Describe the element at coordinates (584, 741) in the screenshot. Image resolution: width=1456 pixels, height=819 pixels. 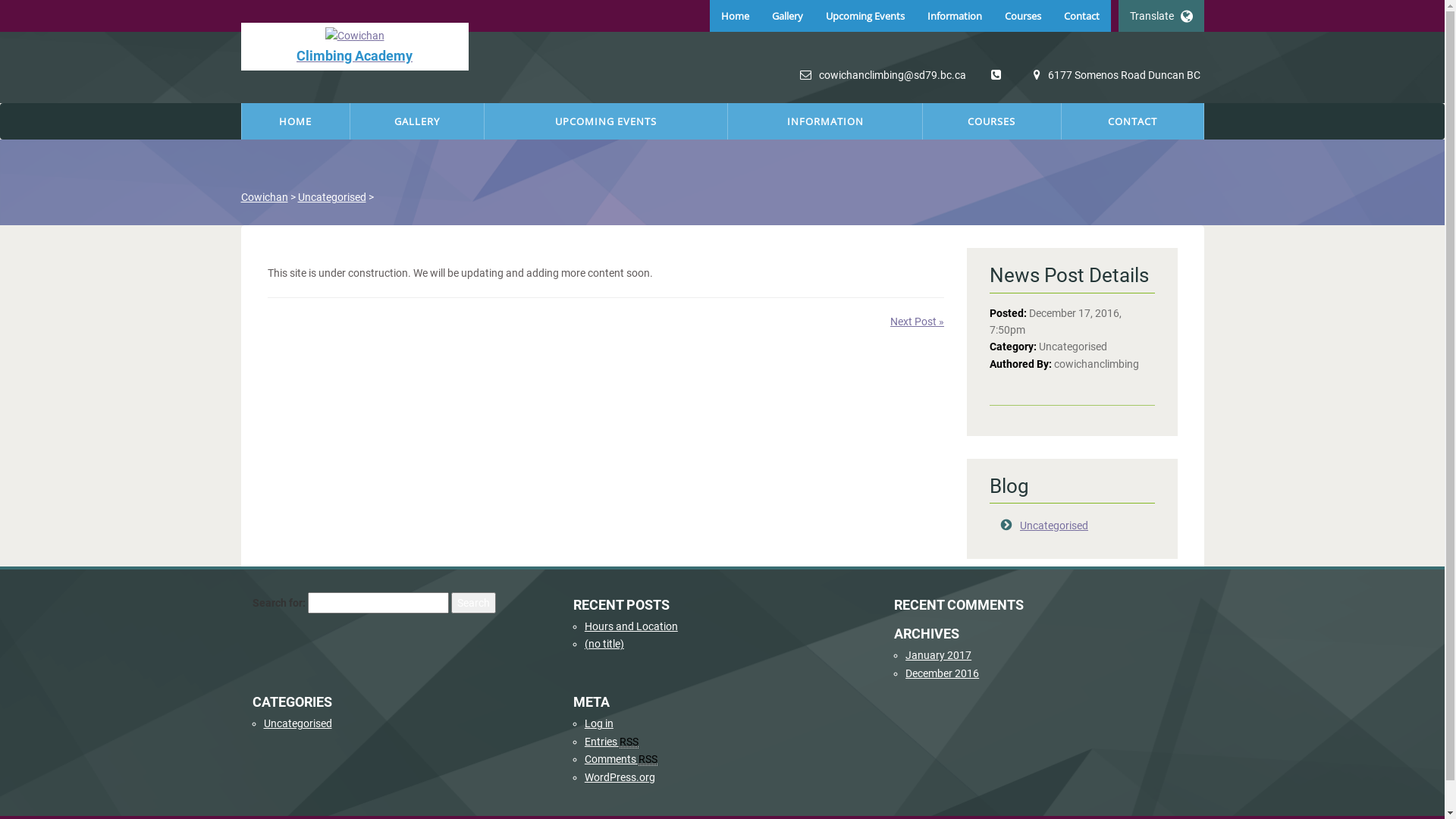
I see `'Entries RSS'` at that location.